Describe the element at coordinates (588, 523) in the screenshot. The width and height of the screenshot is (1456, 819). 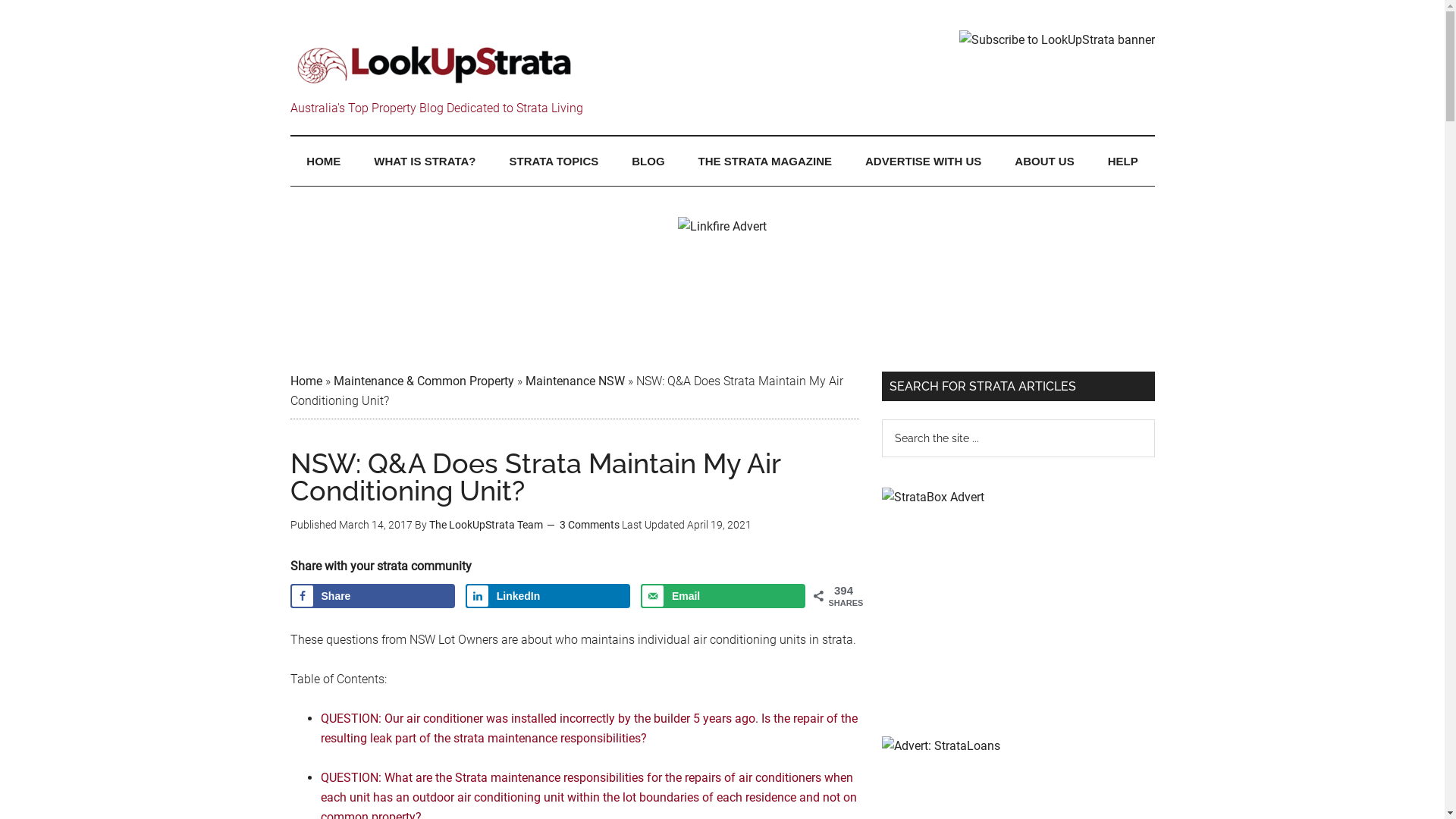
I see `'3 Comments'` at that location.